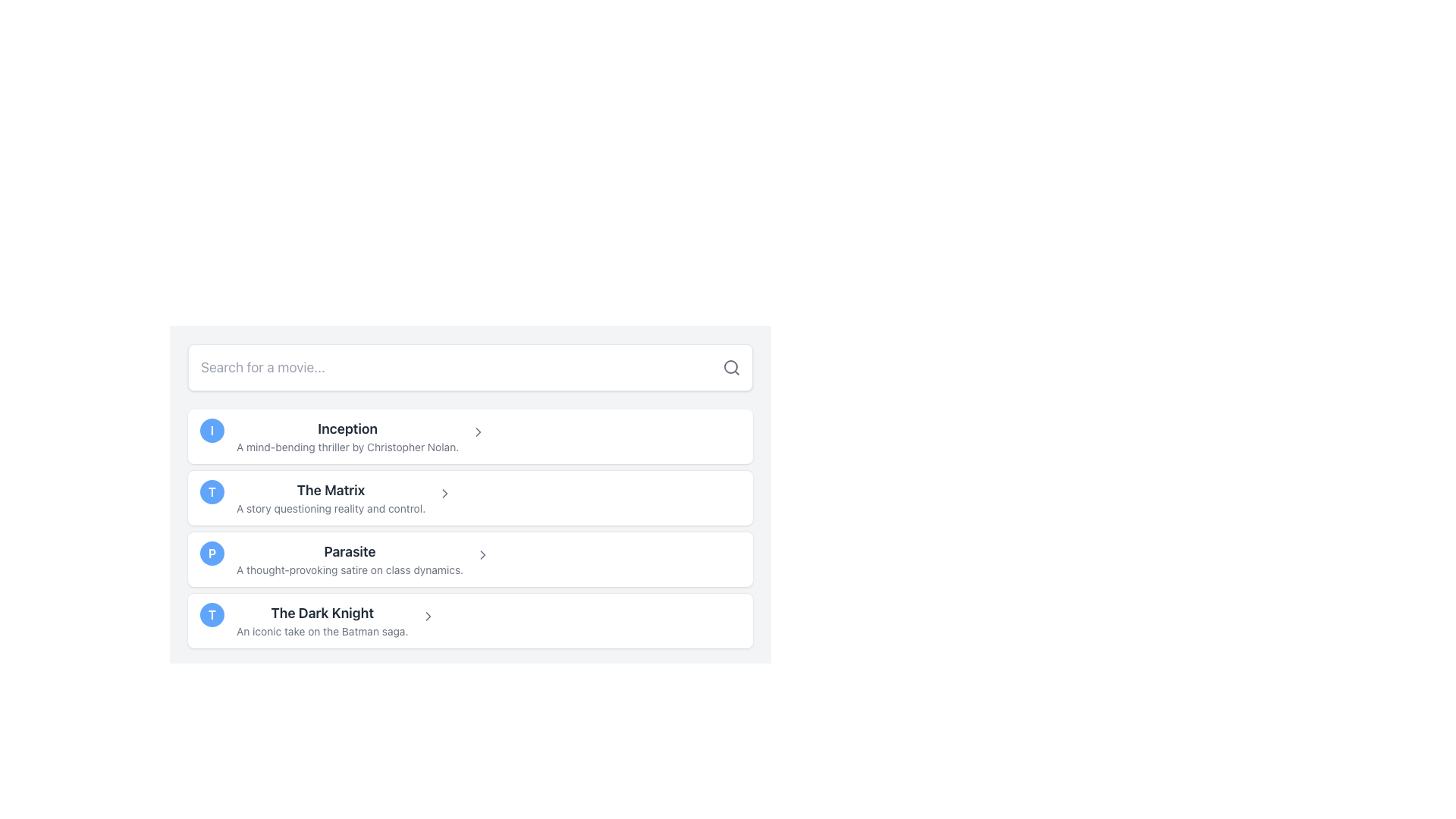  I want to click on tagline text element that provides a brief description for the movie 'Inception', located under the title 'Inception' in the grouped layout, so click(347, 447).